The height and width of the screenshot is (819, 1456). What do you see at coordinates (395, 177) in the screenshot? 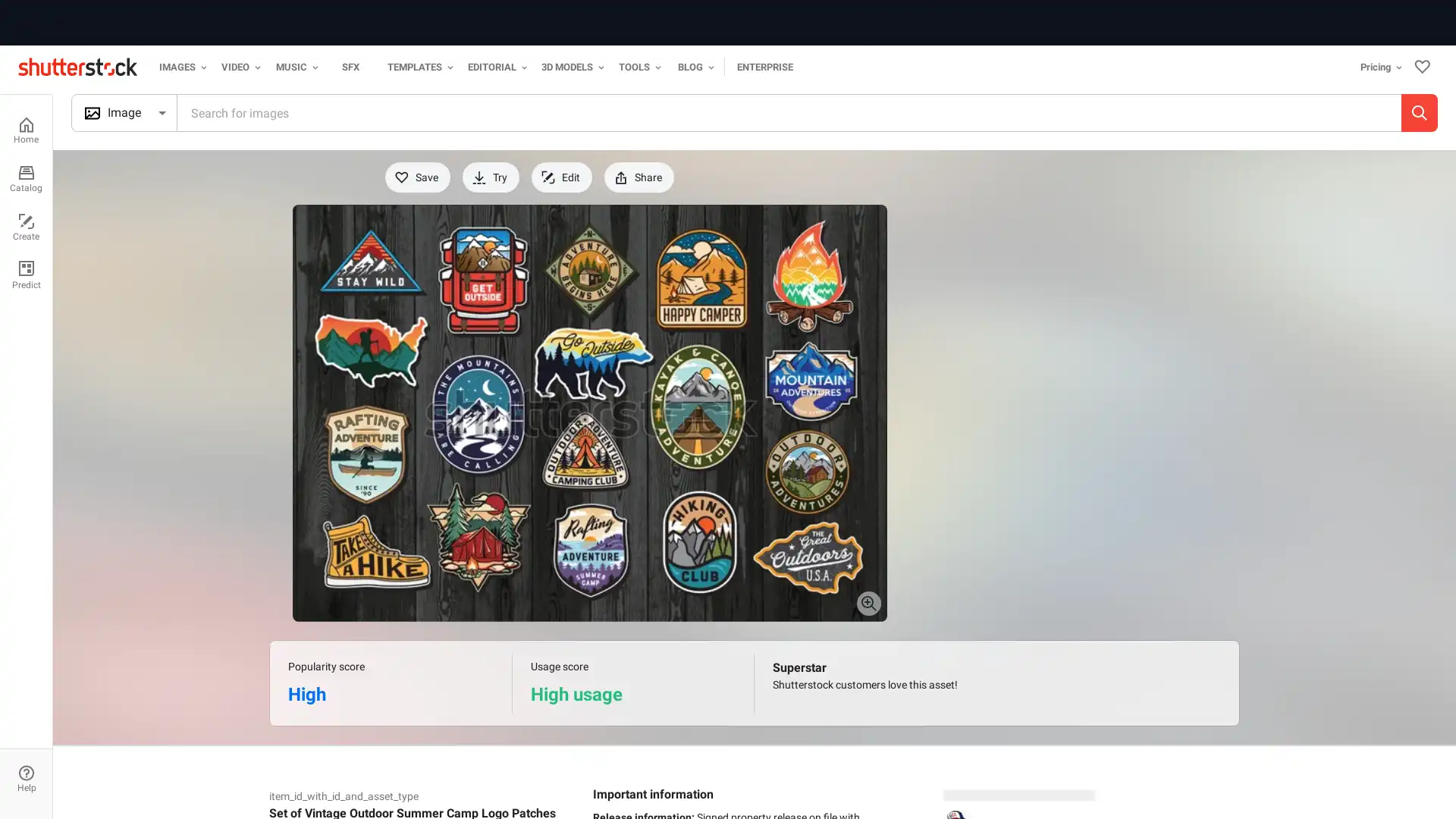
I see `Save` at bounding box center [395, 177].